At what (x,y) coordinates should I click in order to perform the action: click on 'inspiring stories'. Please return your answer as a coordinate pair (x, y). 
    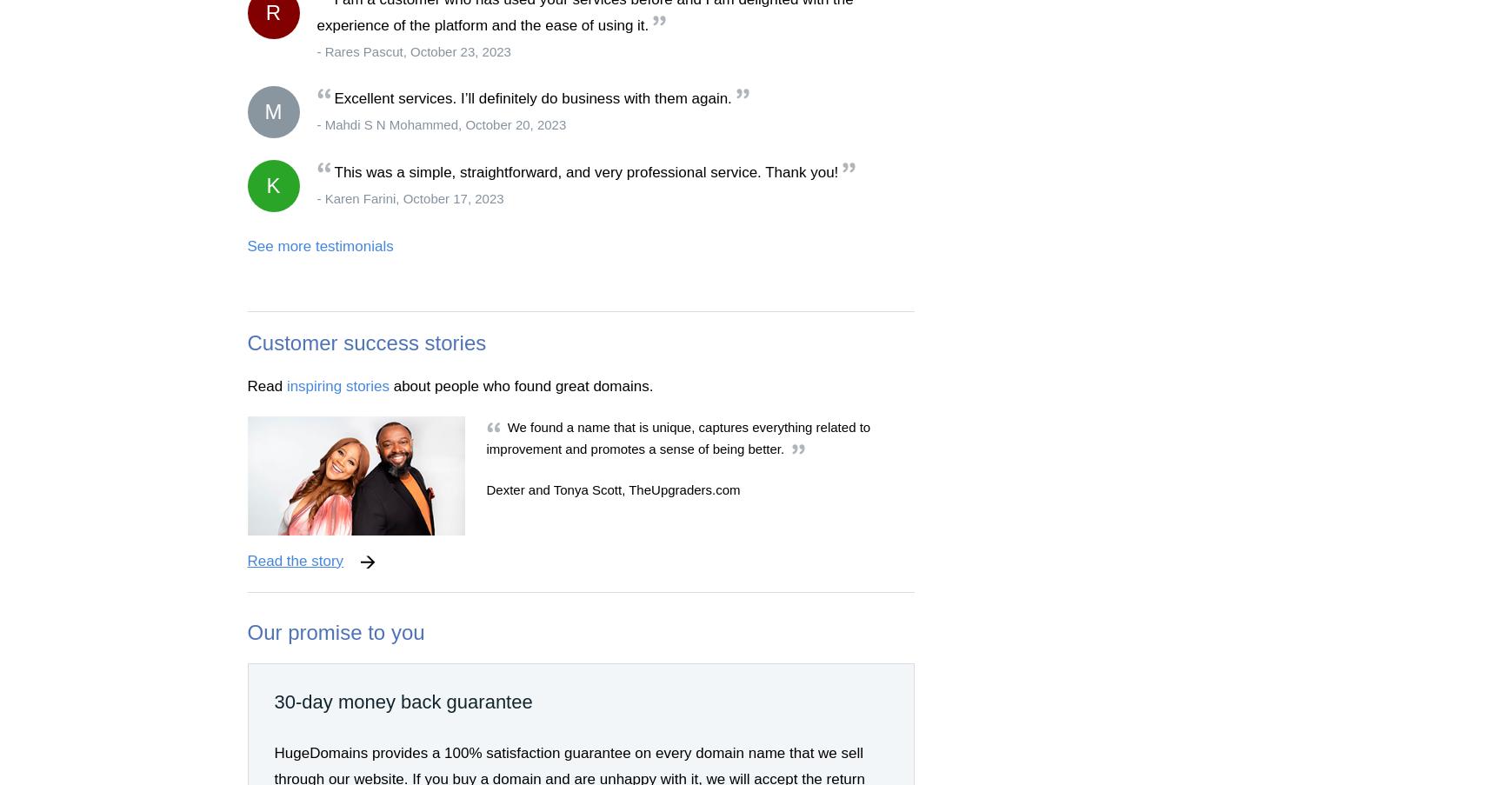
    Looking at the image, I should click on (336, 384).